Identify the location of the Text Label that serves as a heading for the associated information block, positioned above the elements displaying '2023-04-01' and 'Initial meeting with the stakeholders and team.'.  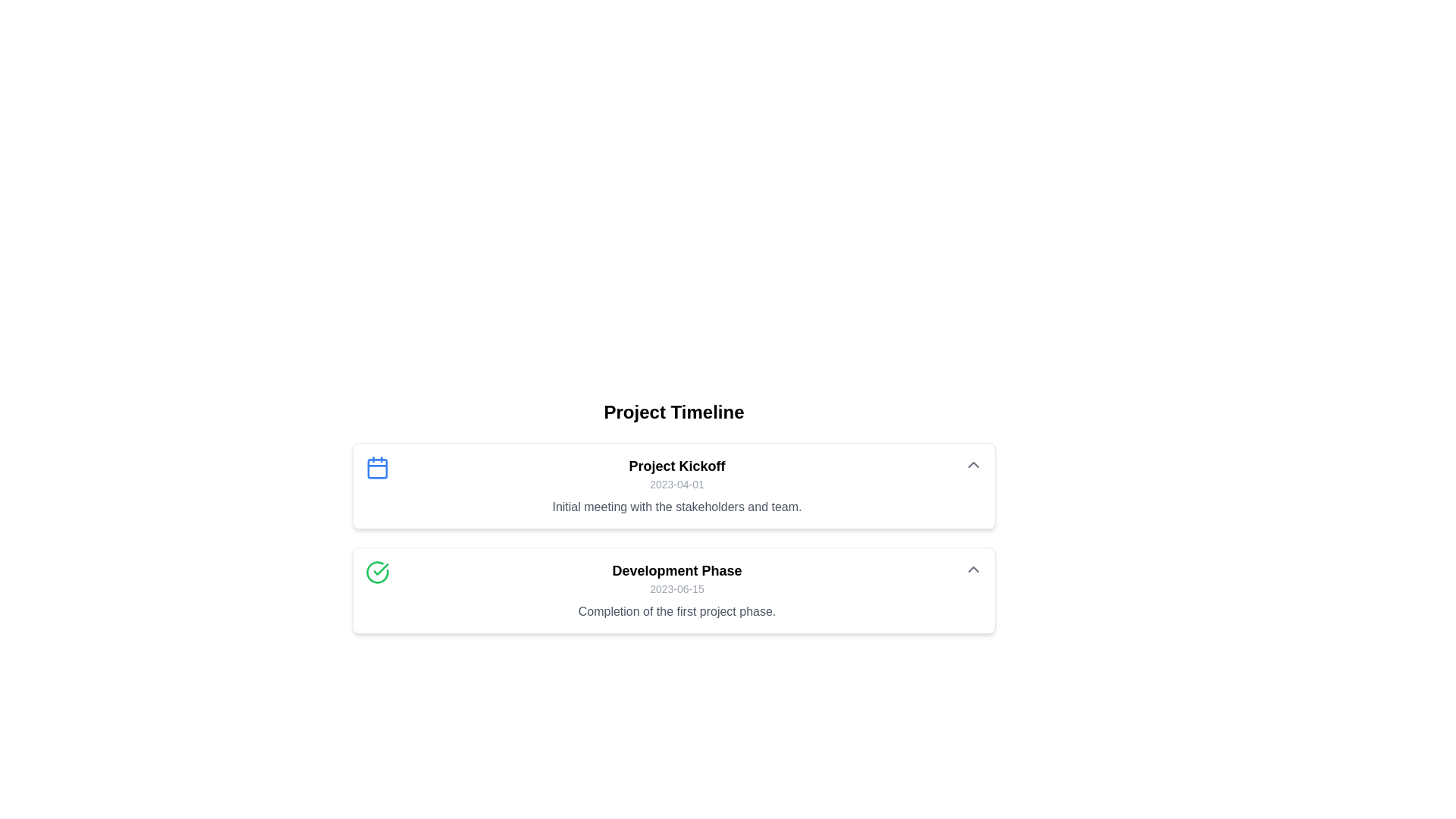
(676, 465).